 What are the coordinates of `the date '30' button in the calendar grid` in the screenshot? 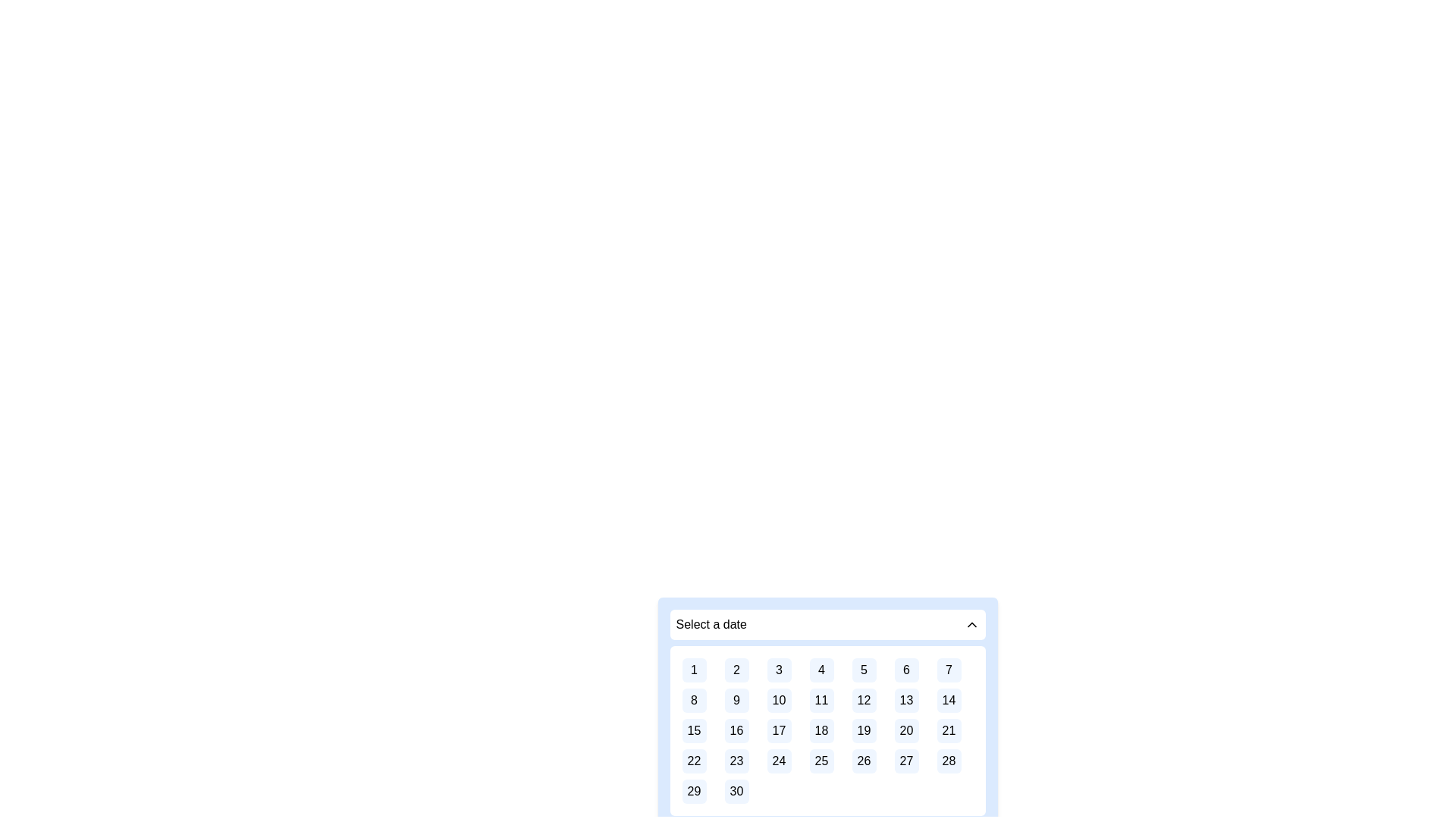 It's located at (736, 791).